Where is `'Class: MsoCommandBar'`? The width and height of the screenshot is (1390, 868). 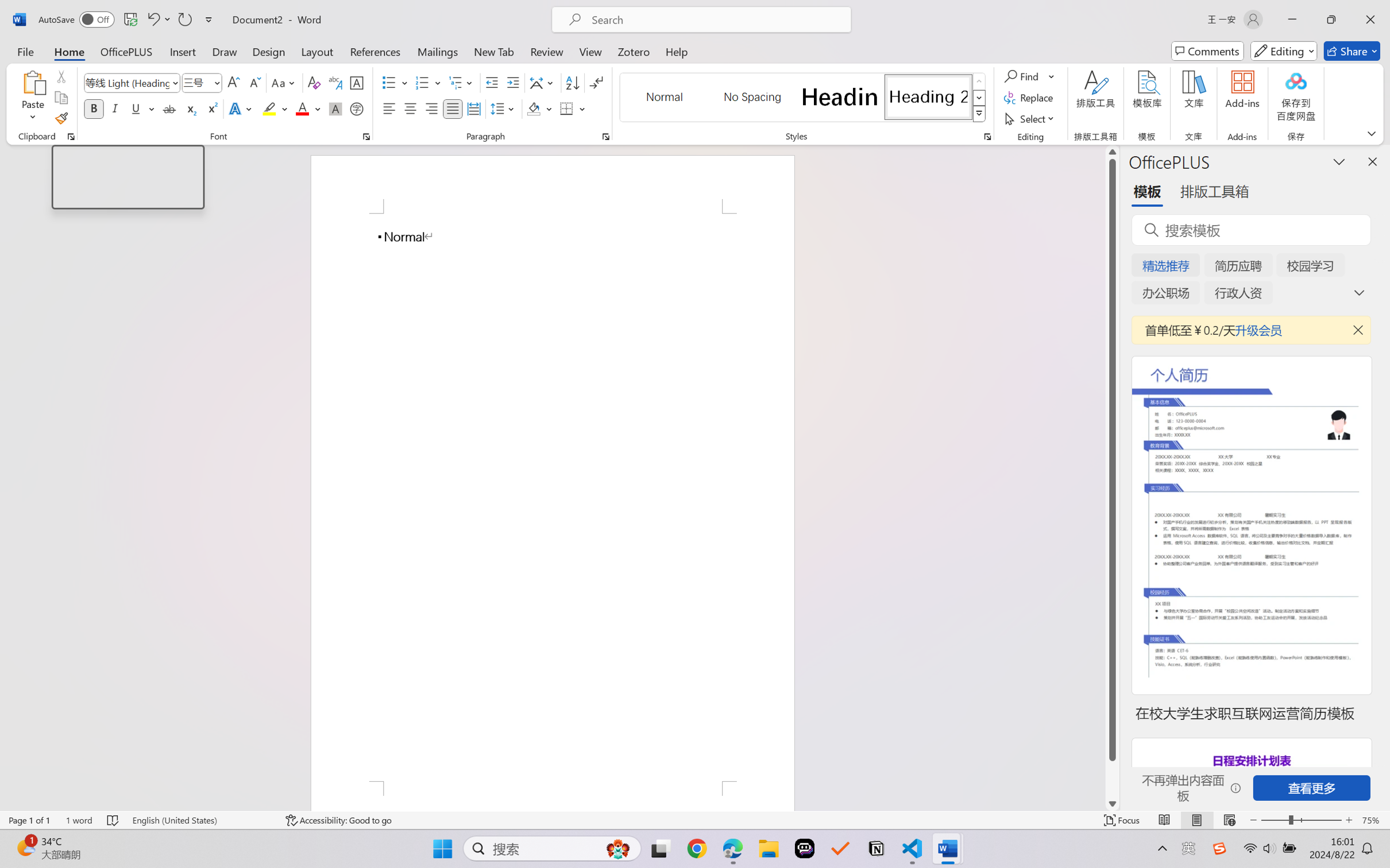 'Class: MsoCommandBar' is located at coordinates (695, 820).